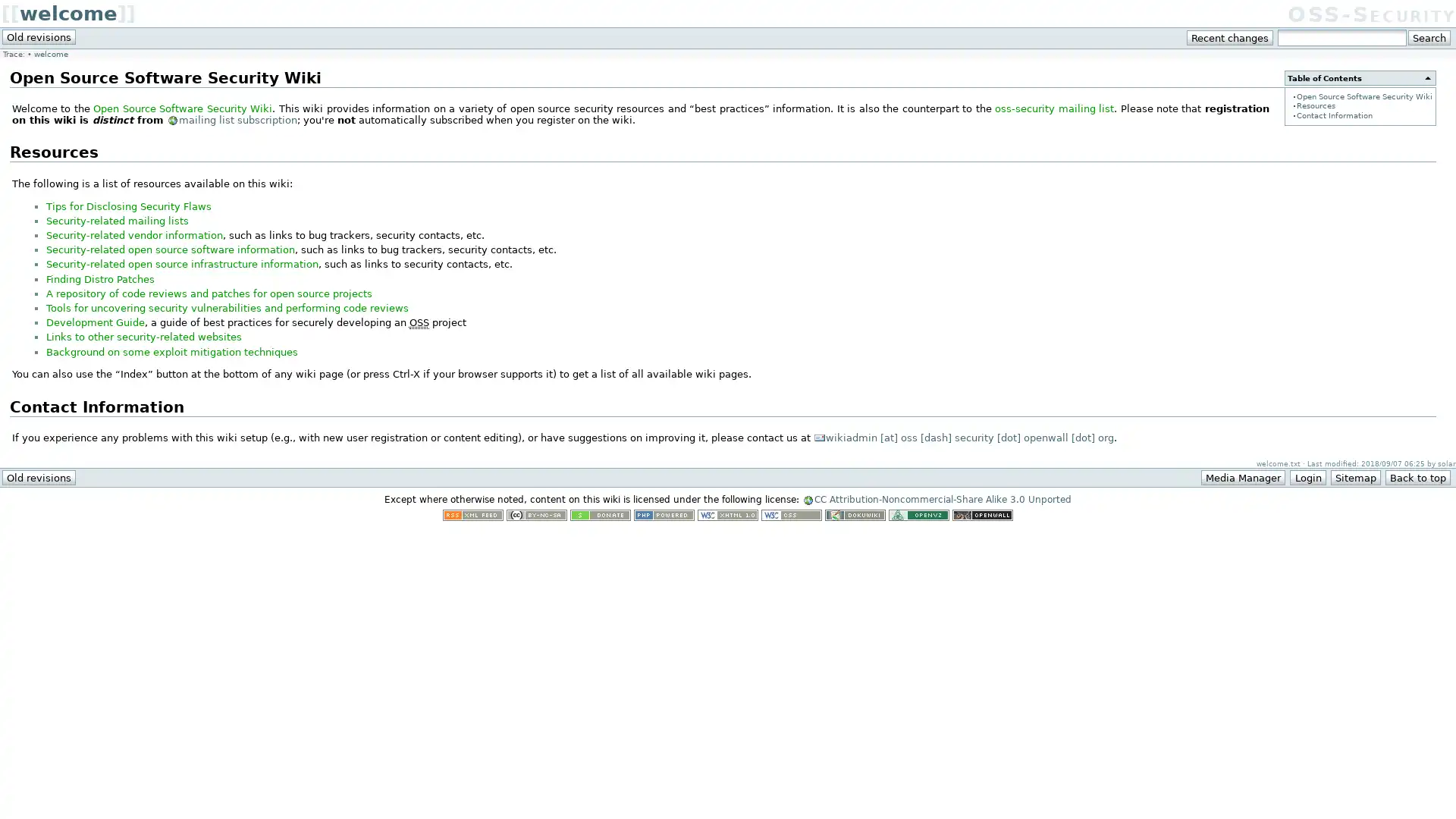 The width and height of the screenshot is (1456, 819). I want to click on Recent changes, so click(1230, 37).